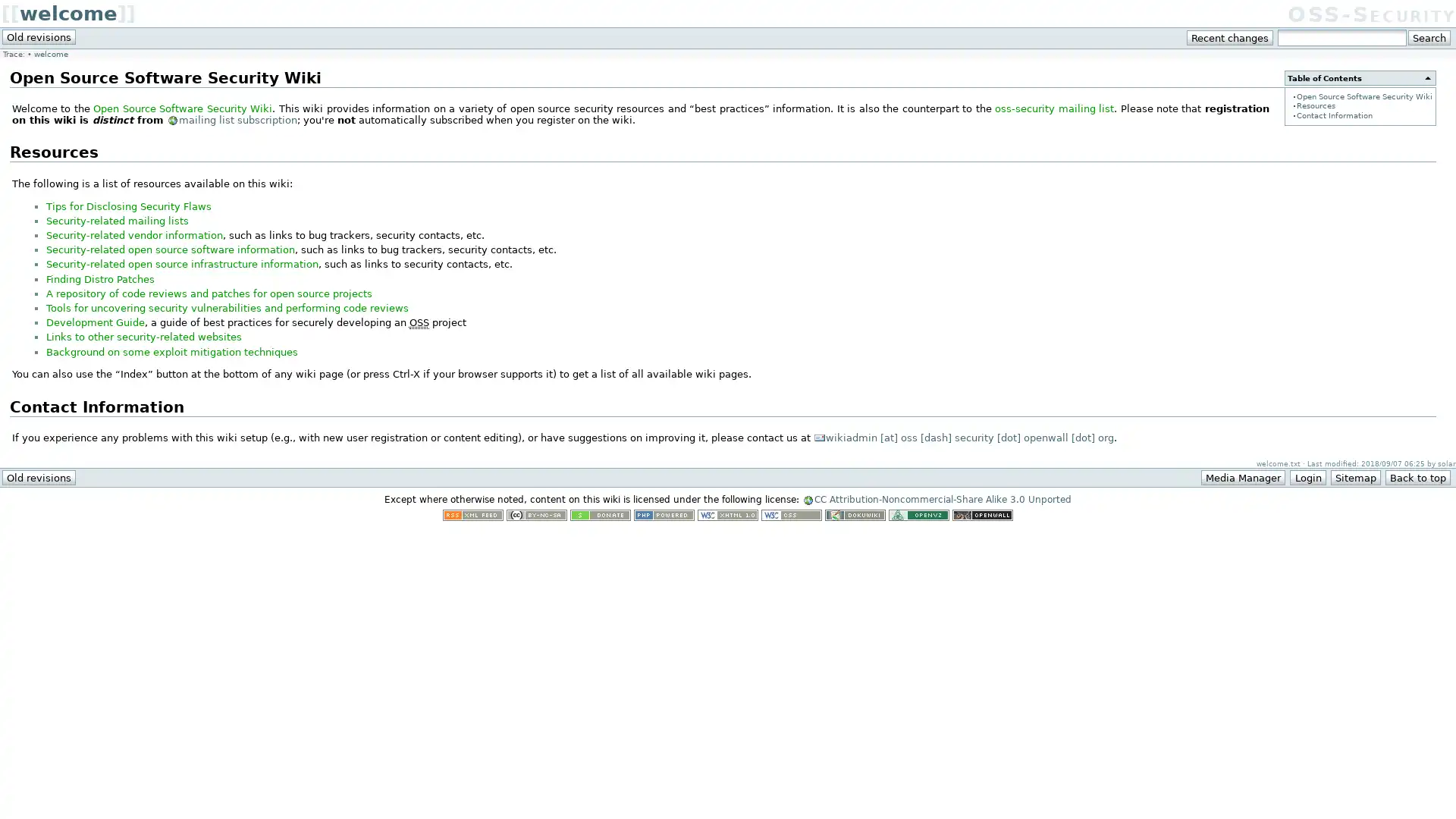 The width and height of the screenshot is (1456, 819). I want to click on Recent changes, so click(1230, 37).